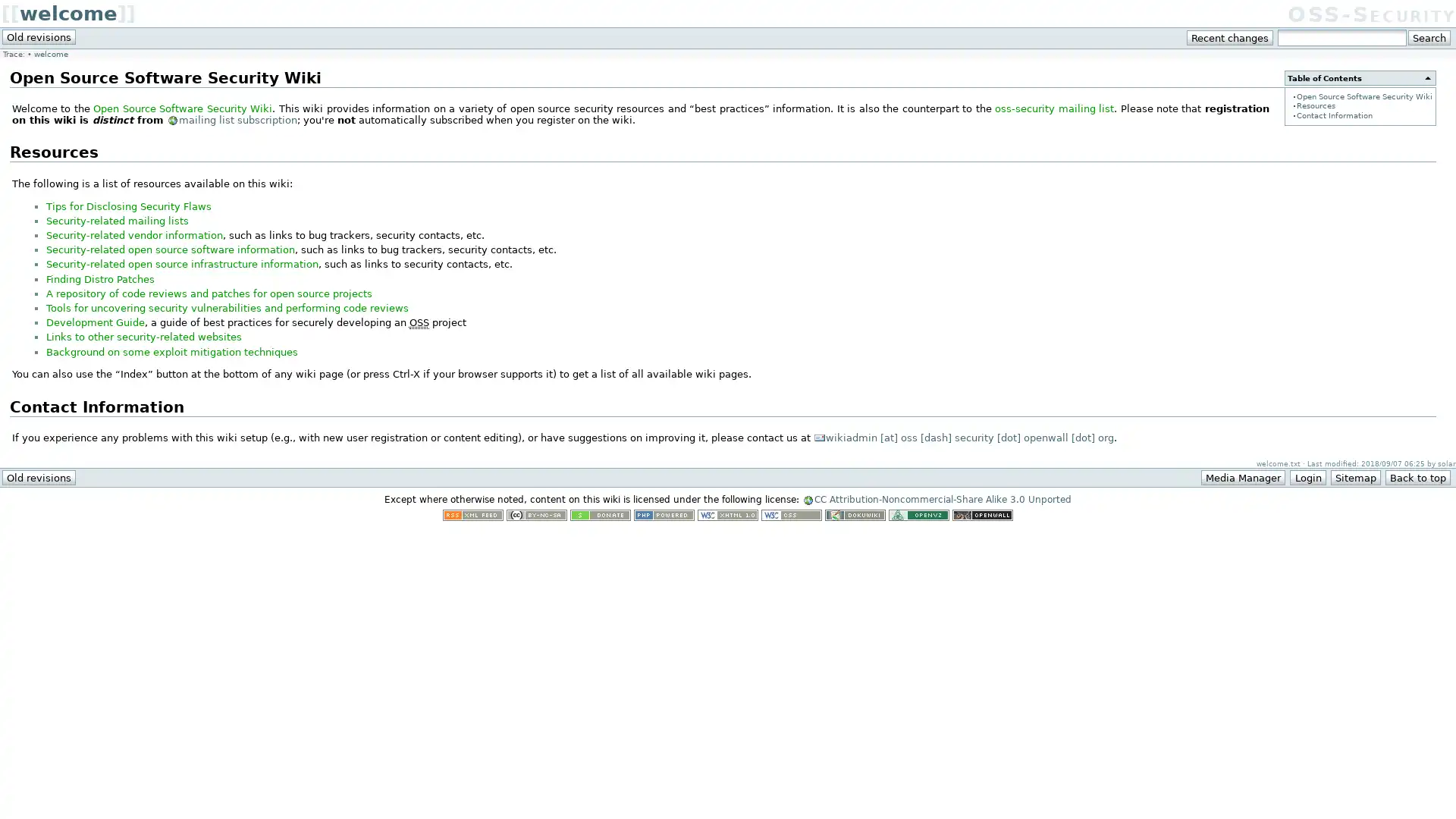 The width and height of the screenshot is (1456, 819). I want to click on Recent changes, so click(1230, 37).